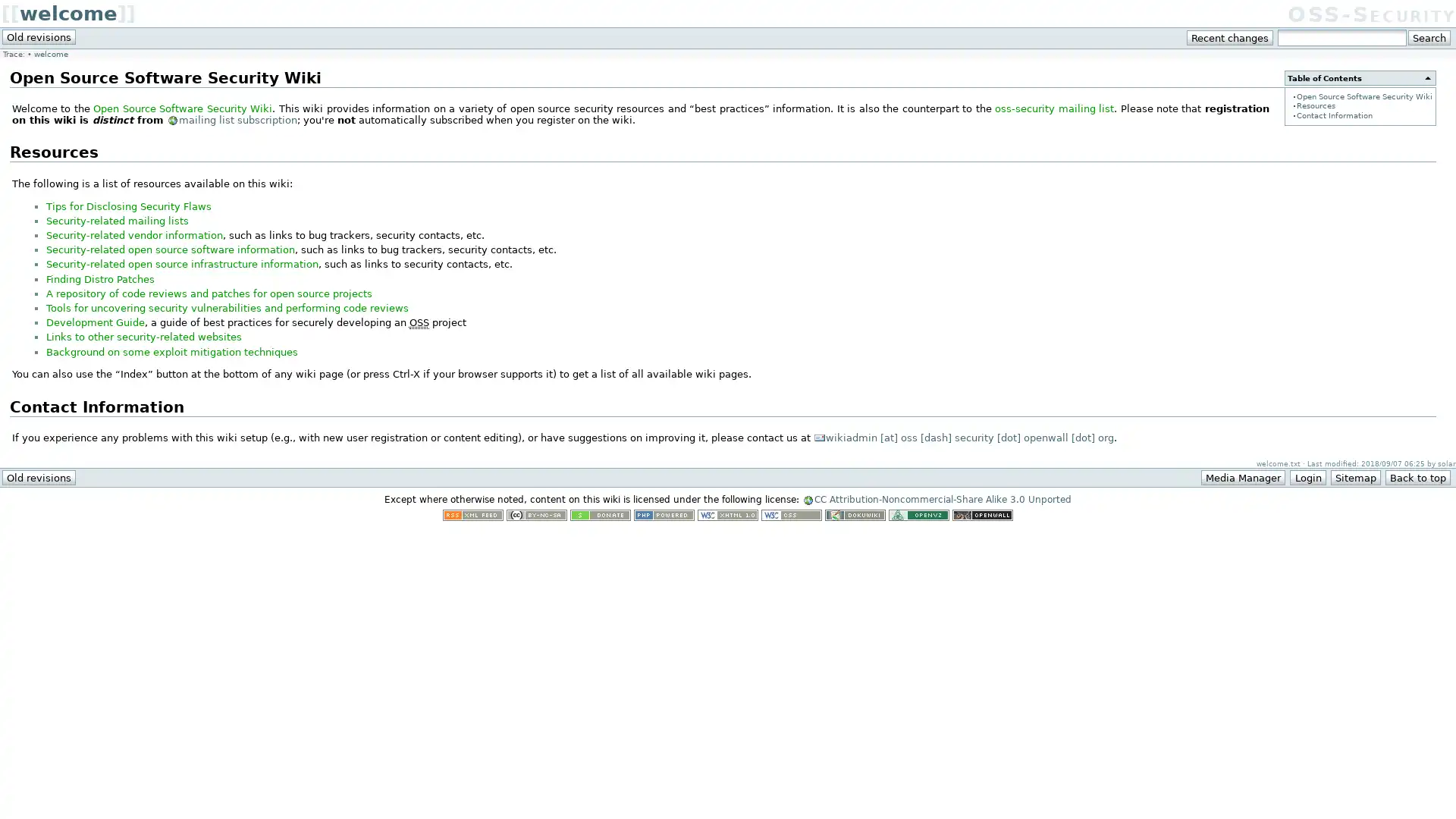 The width and height of the screenshot is (1456, 819). I want to click on Recent changes, so click(1230, 37).